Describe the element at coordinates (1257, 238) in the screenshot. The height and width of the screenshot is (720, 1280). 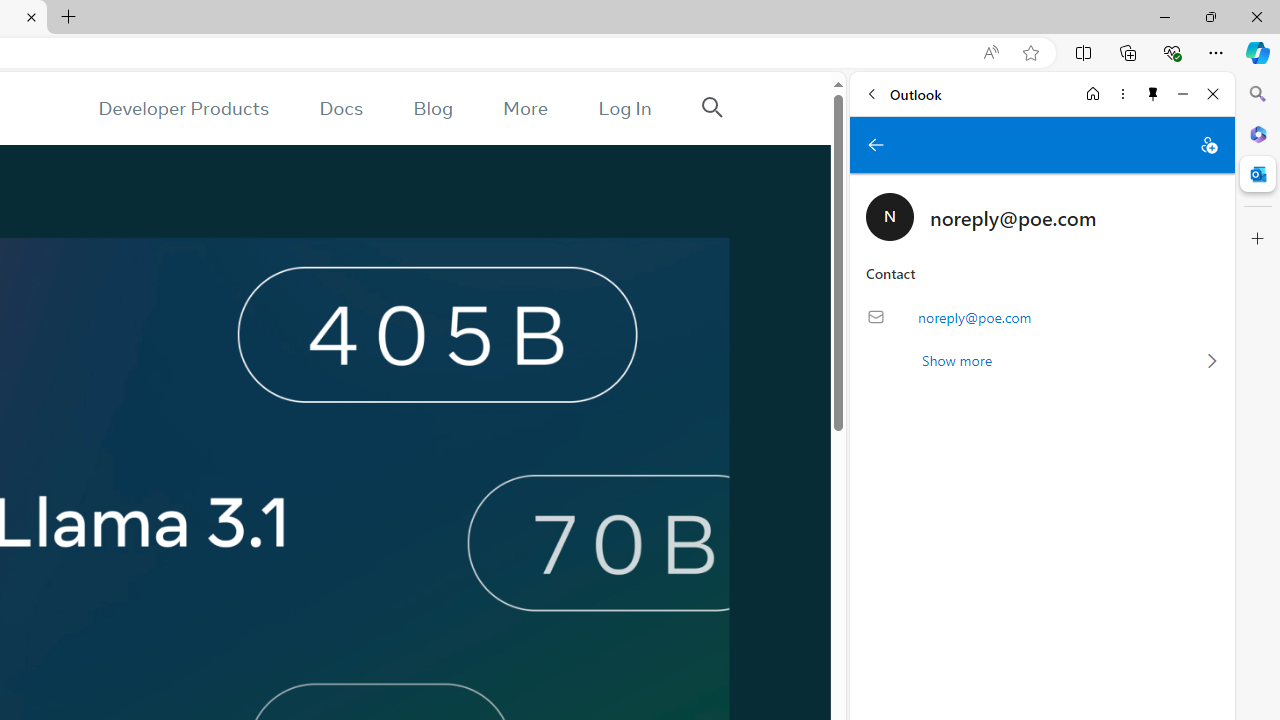
I see `'Customize'` at that location.